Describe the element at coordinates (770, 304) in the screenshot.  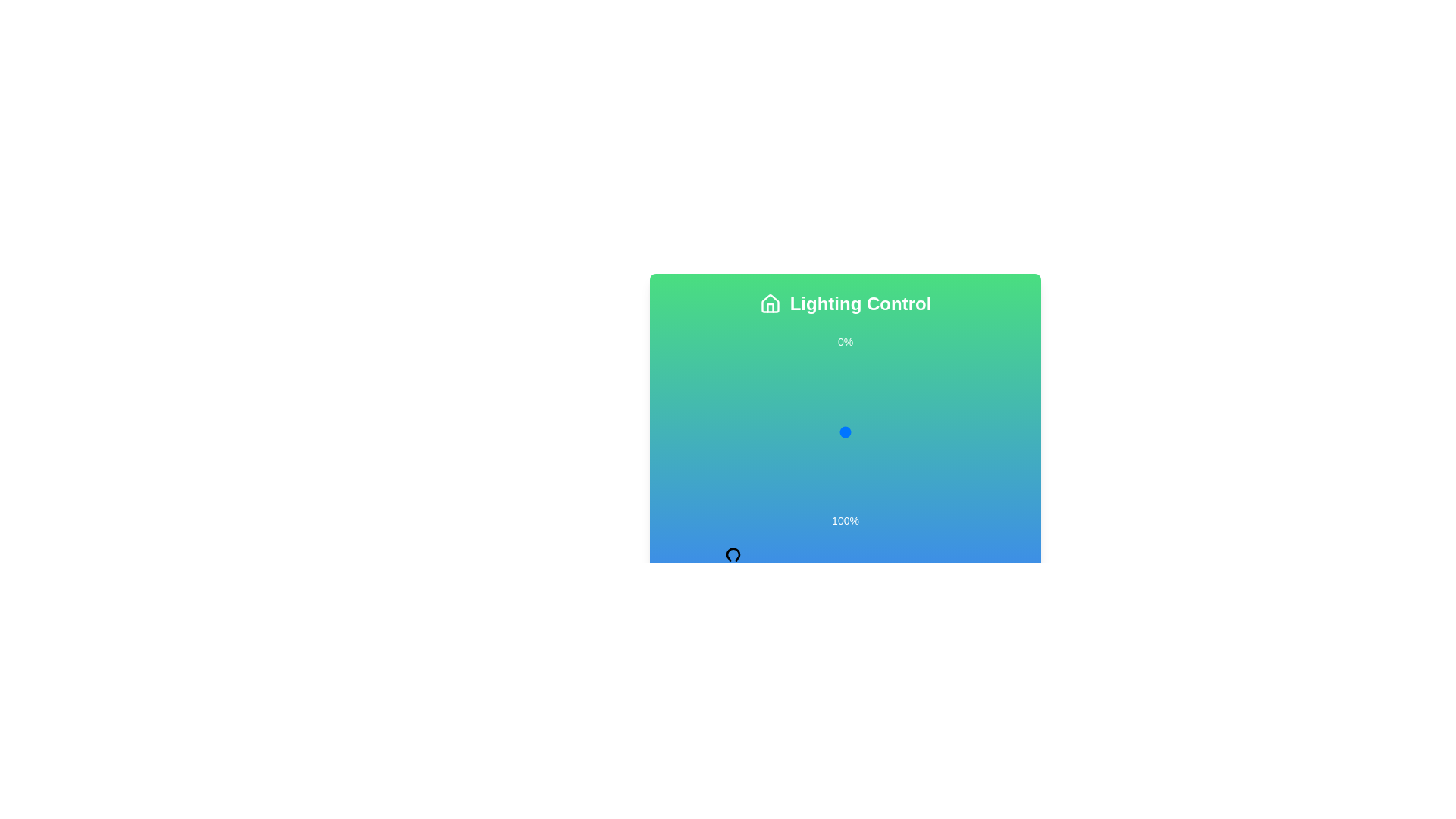
I see `the small white house-shaped icon with a prominent outline and a chimney, which is located to the left of the 'Lighting Control' text in a green background` at that location.